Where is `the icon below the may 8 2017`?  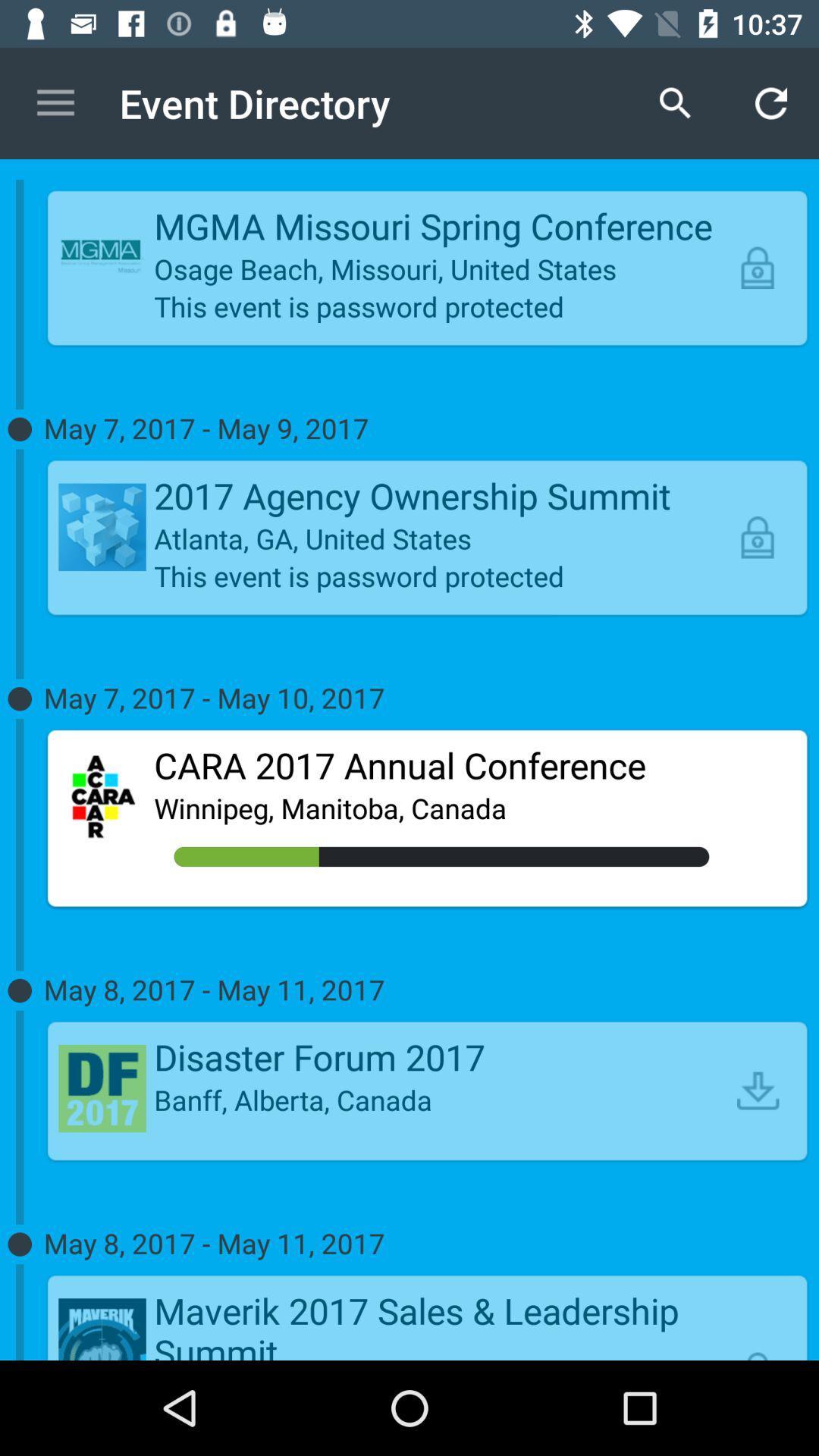 the icon below the may 8 2017 is located at coordinates (758, 1090).